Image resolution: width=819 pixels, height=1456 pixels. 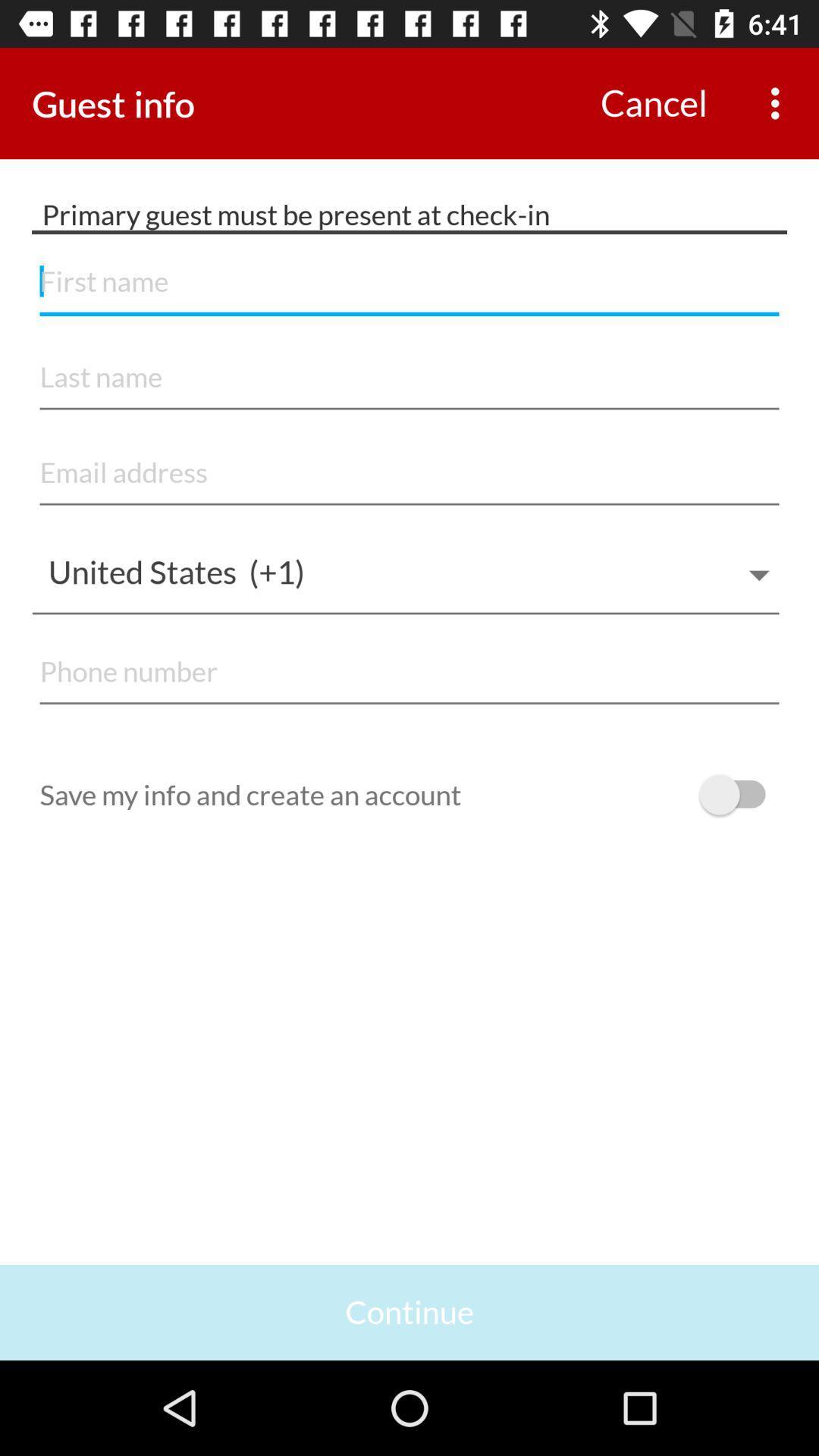 I want to click on account filling form, so click(x=409, y=378).